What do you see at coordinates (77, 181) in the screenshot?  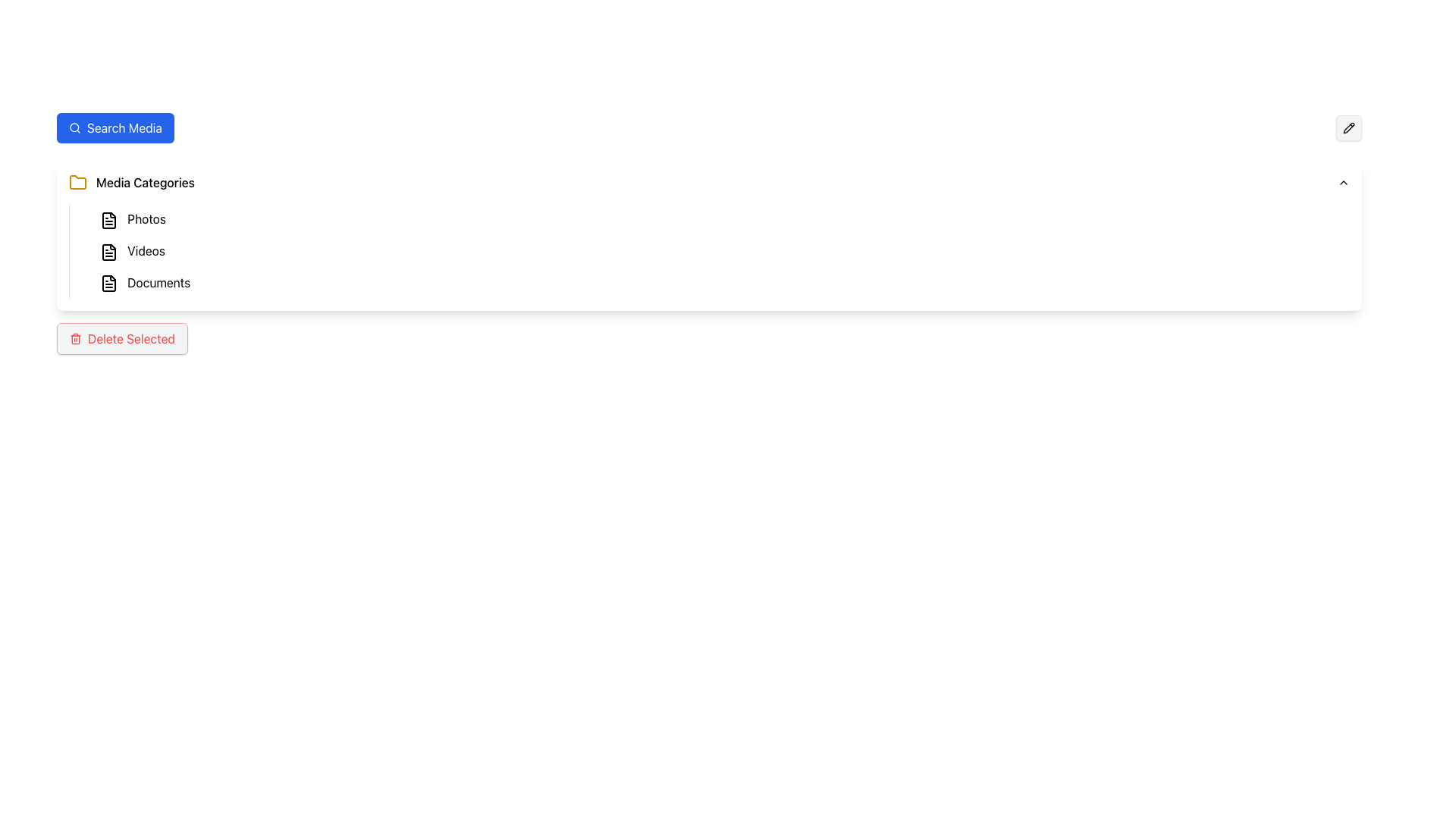 I see `the yellow folder icon located to the left of the 'Media Categories' text label, which is characterized by its modern flat design with a slightly curved top edge` at bounding box center [77, 181].